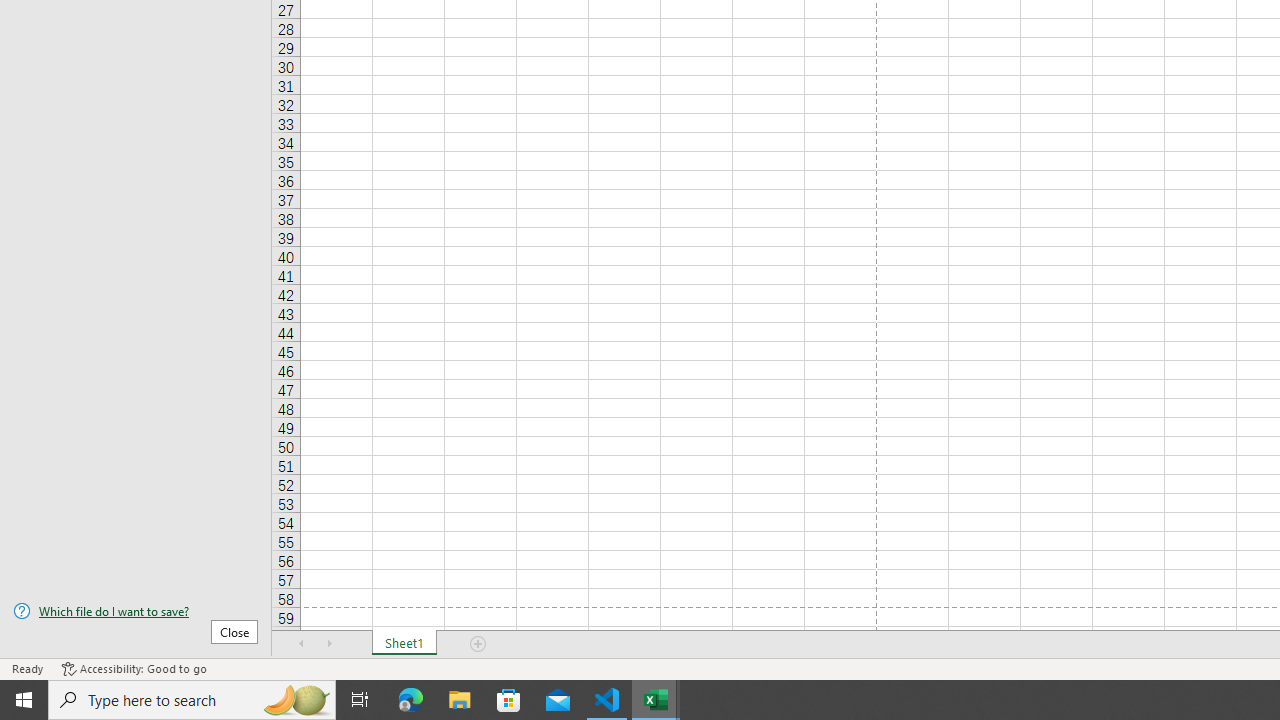 The width and height of the screenshot is (1280, 720). I want to click on 'Type here to search', so click(192, 698).